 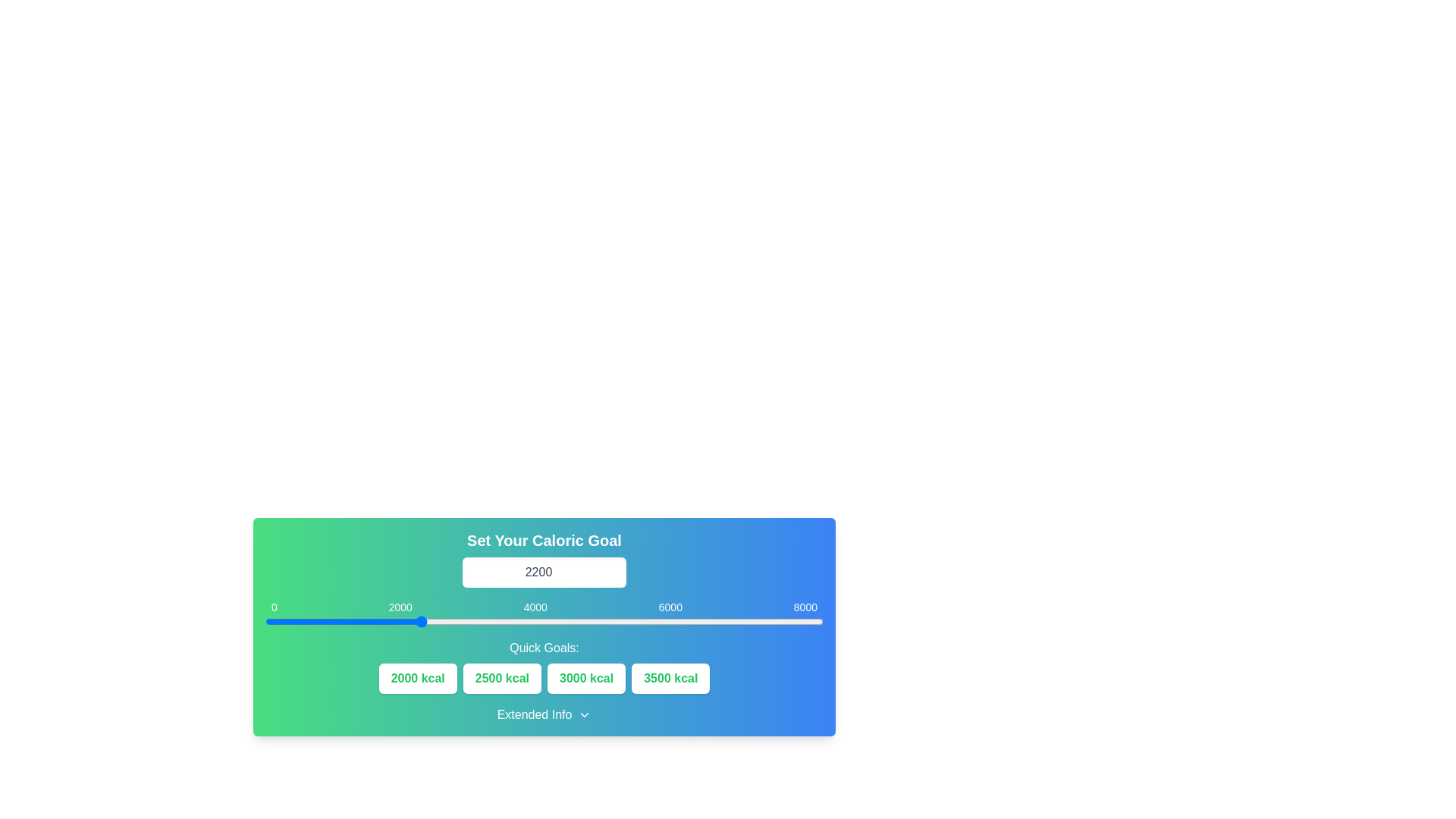 I want to click on caloric goal, so click(x=754, y=622).